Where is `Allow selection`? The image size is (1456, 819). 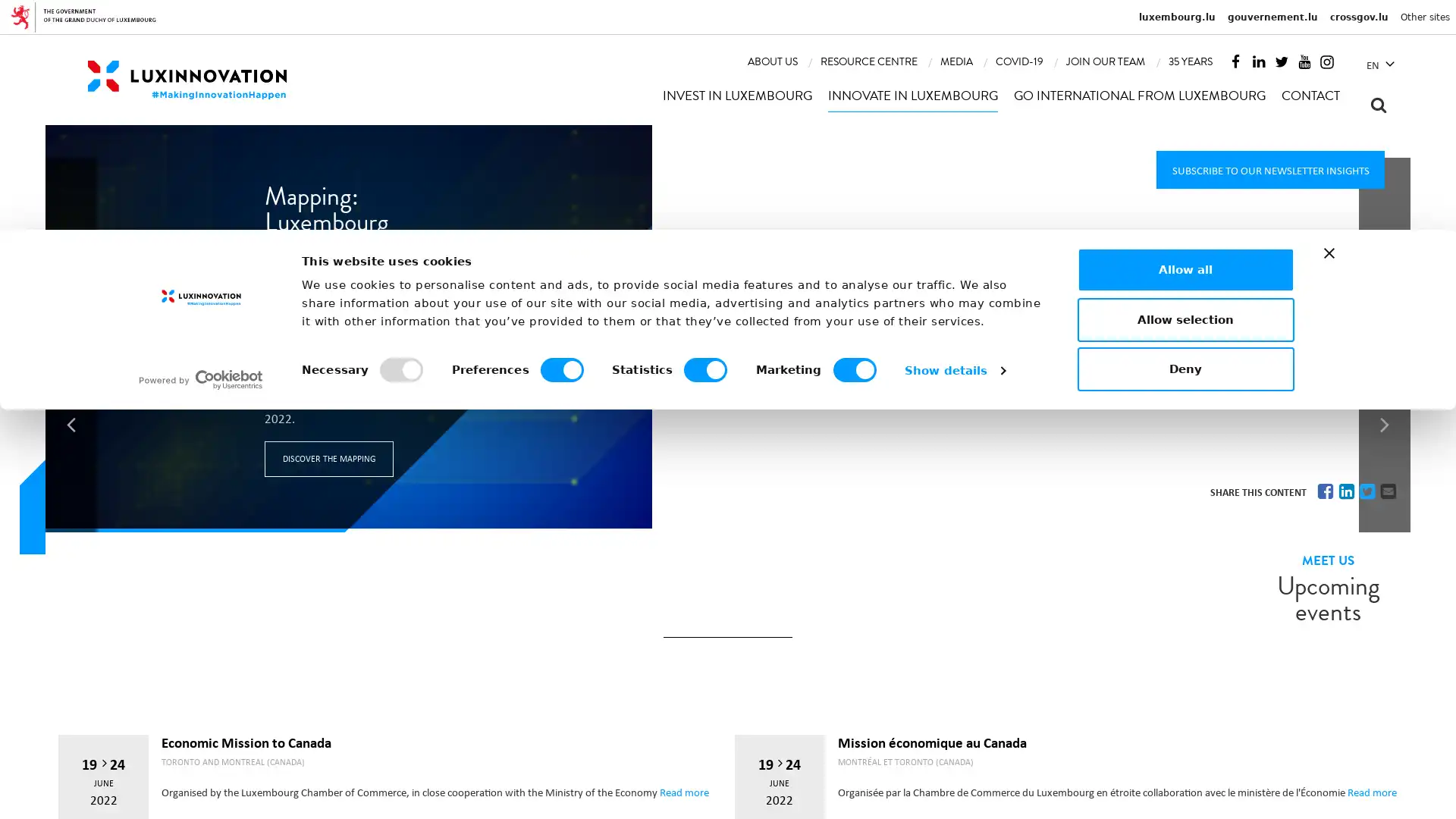 Allow selection is located at coordinates (1185, 727).